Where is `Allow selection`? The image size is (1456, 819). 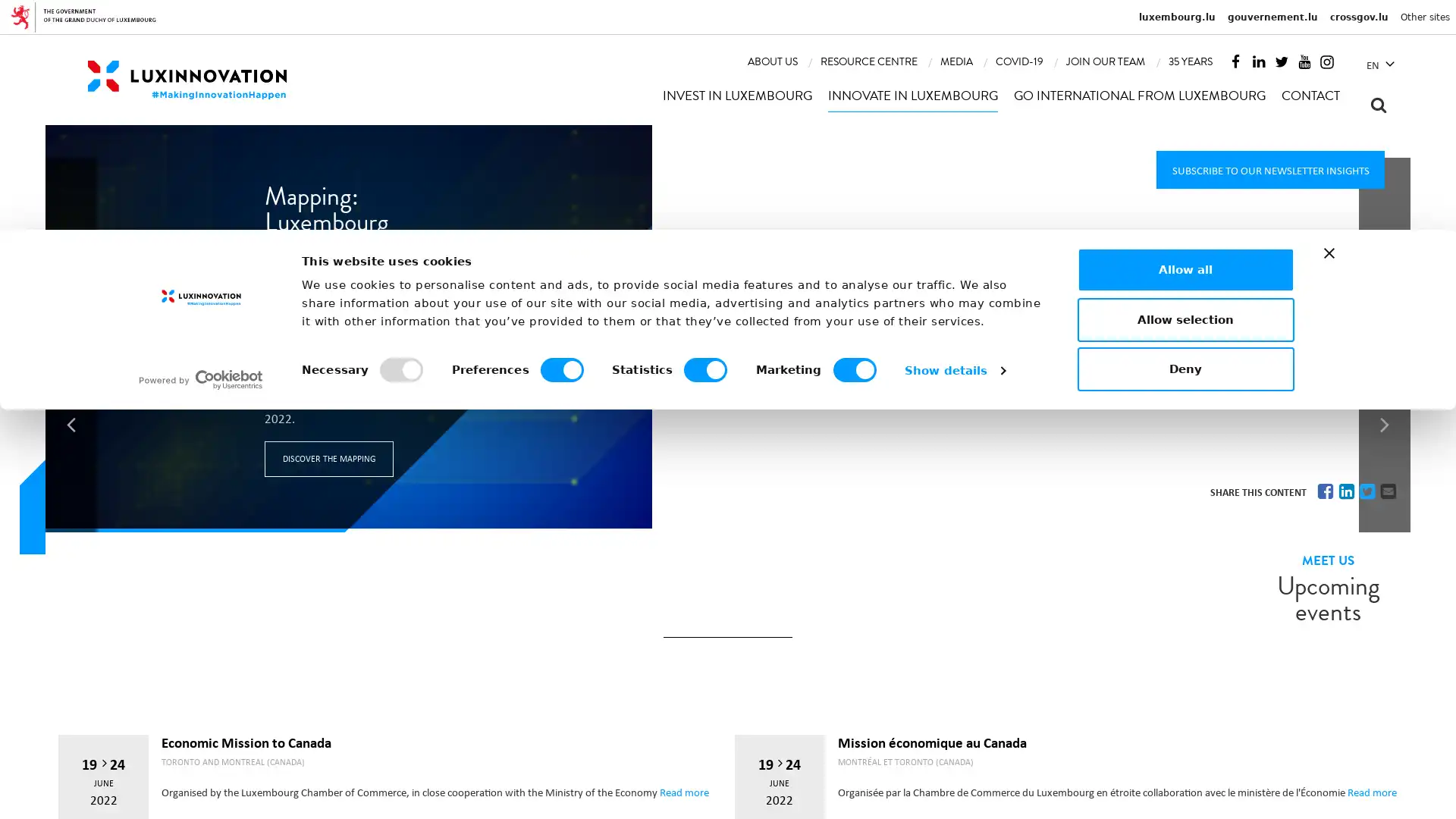 Allow selection is located at coordinates (1185, 727).